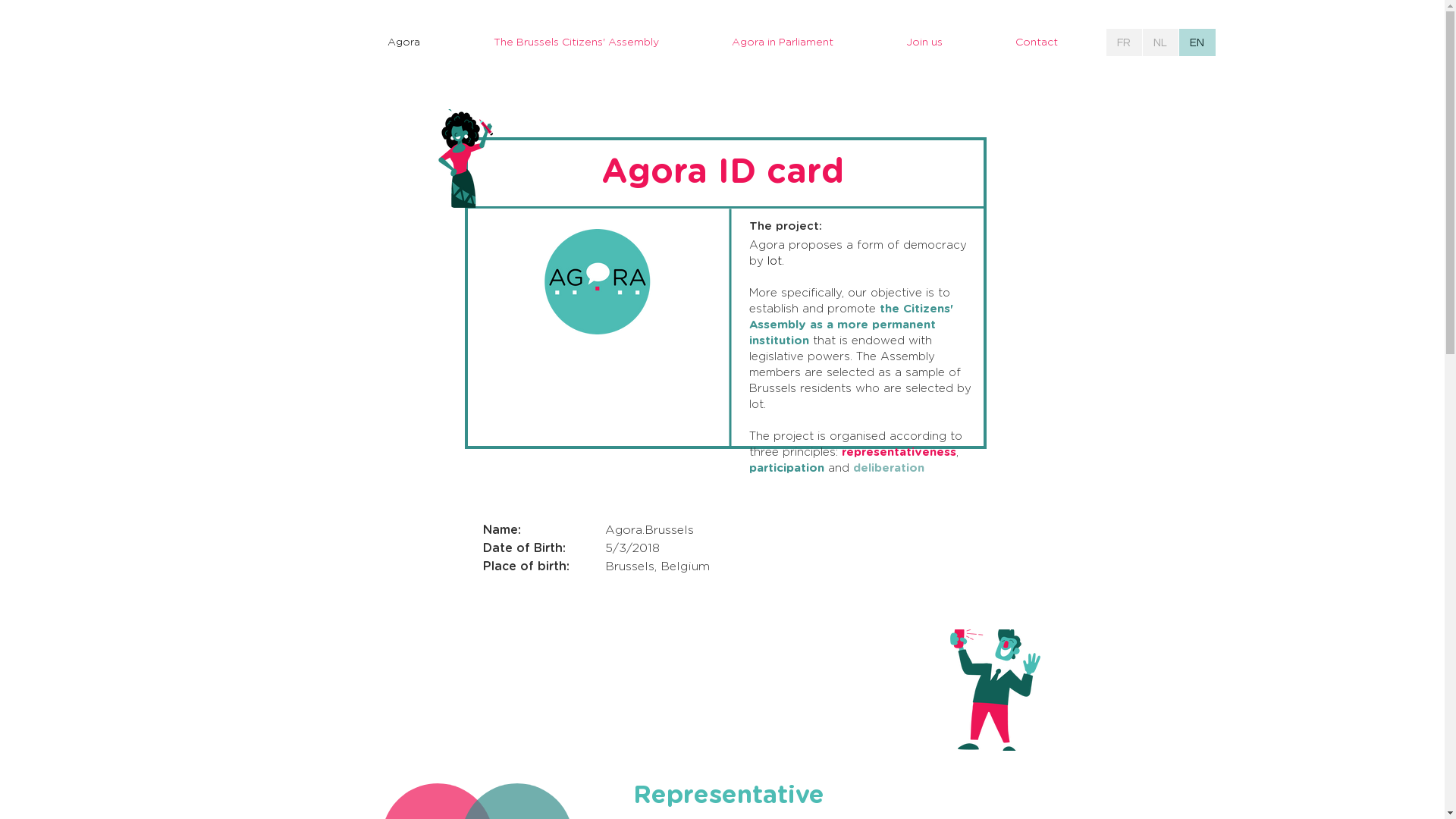  I want to click on 'Join us', so click(923, 42).